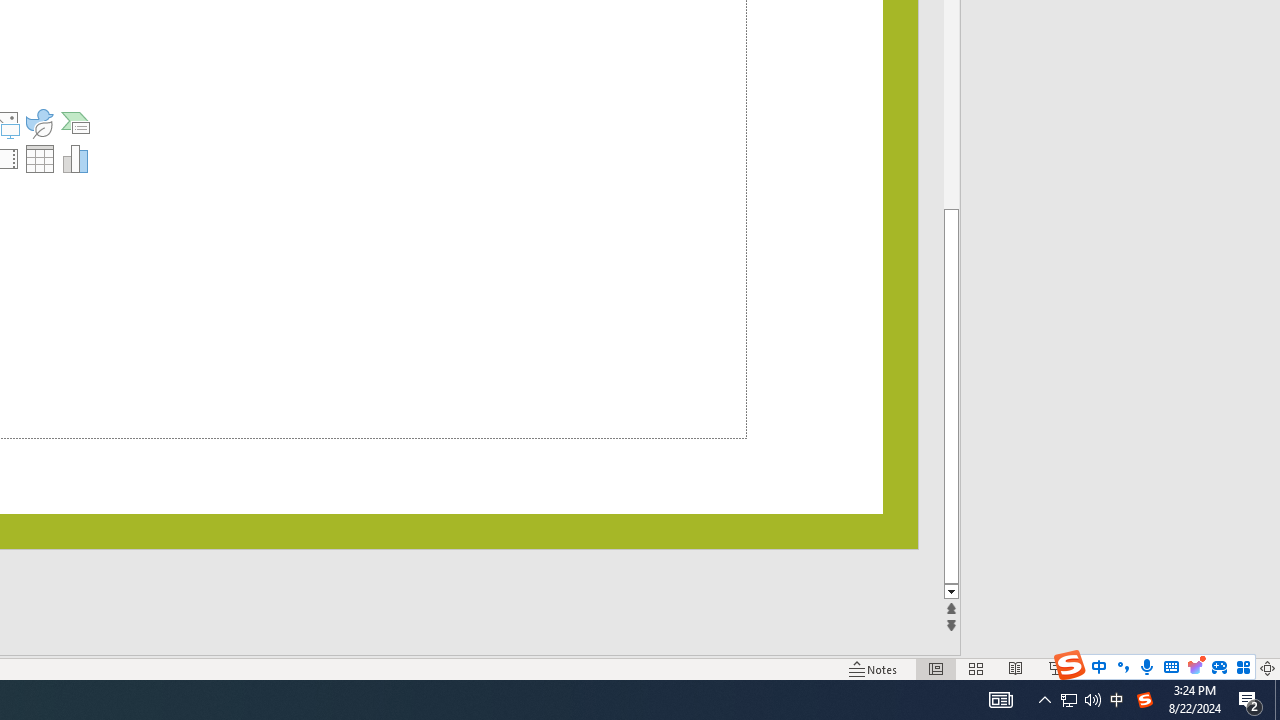 This screenshot has height=720, width=1280. Describe the element at coordinates (1233, 669) in the screenshot. I see `'Zoom 140%'` at that location.